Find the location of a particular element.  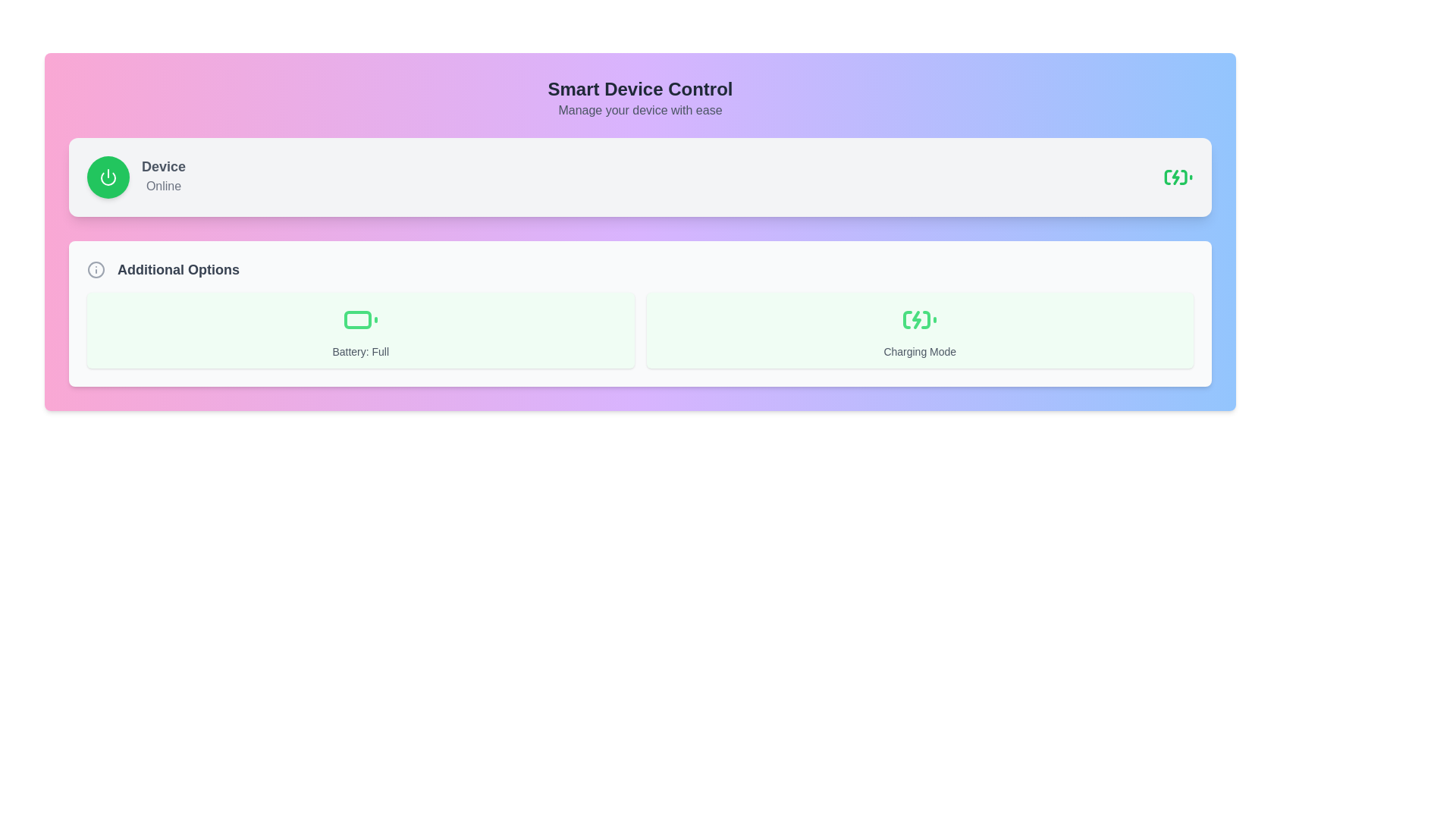

the Icon component of the battery icon located in the center-left area of the battery icon, which is part of the 'Additional Options' section next to 'Battery: Full' is located at coordinates (356, 318).